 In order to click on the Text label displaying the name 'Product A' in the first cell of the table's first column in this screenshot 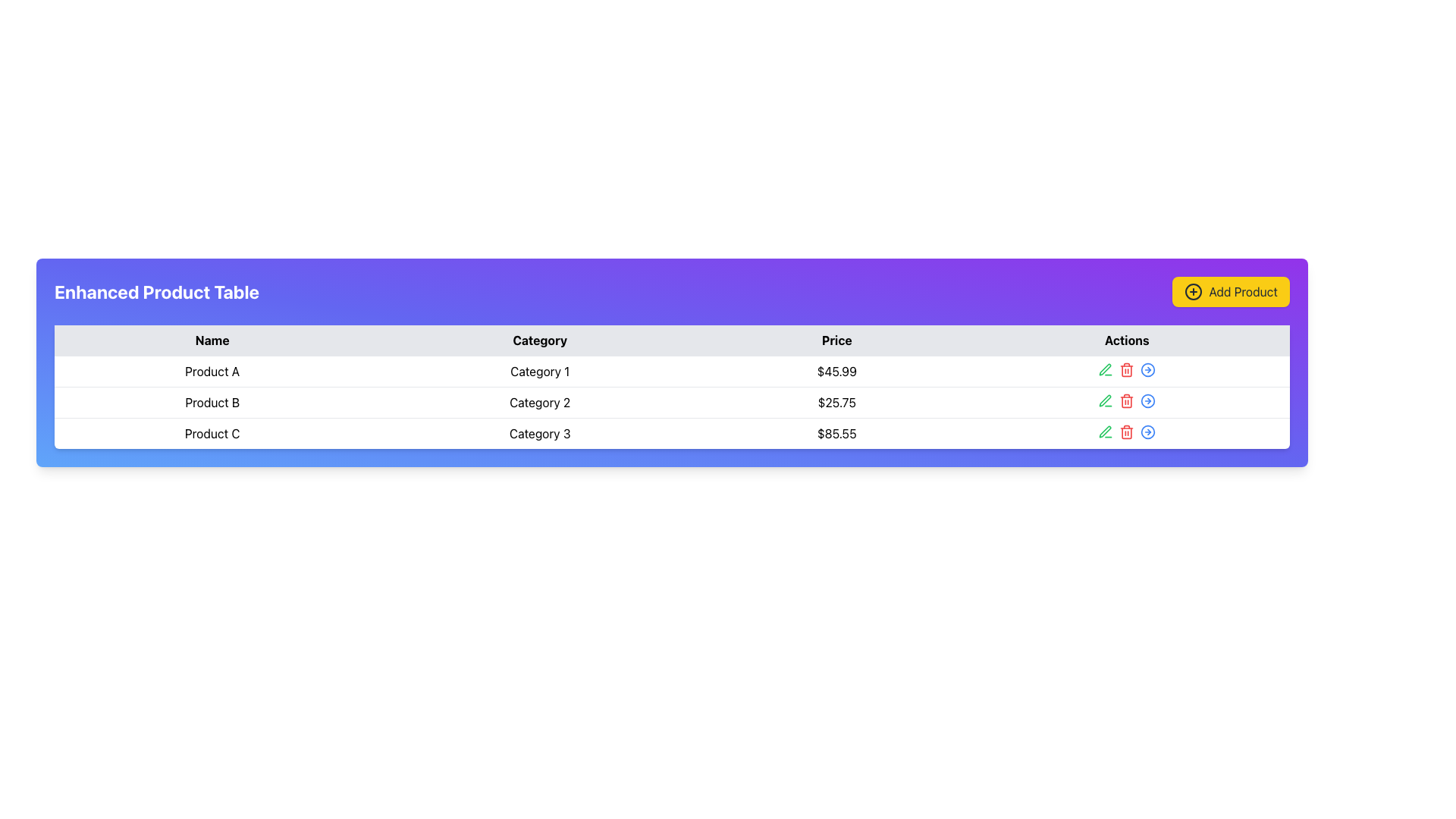, I will do `click(212, 371)`.